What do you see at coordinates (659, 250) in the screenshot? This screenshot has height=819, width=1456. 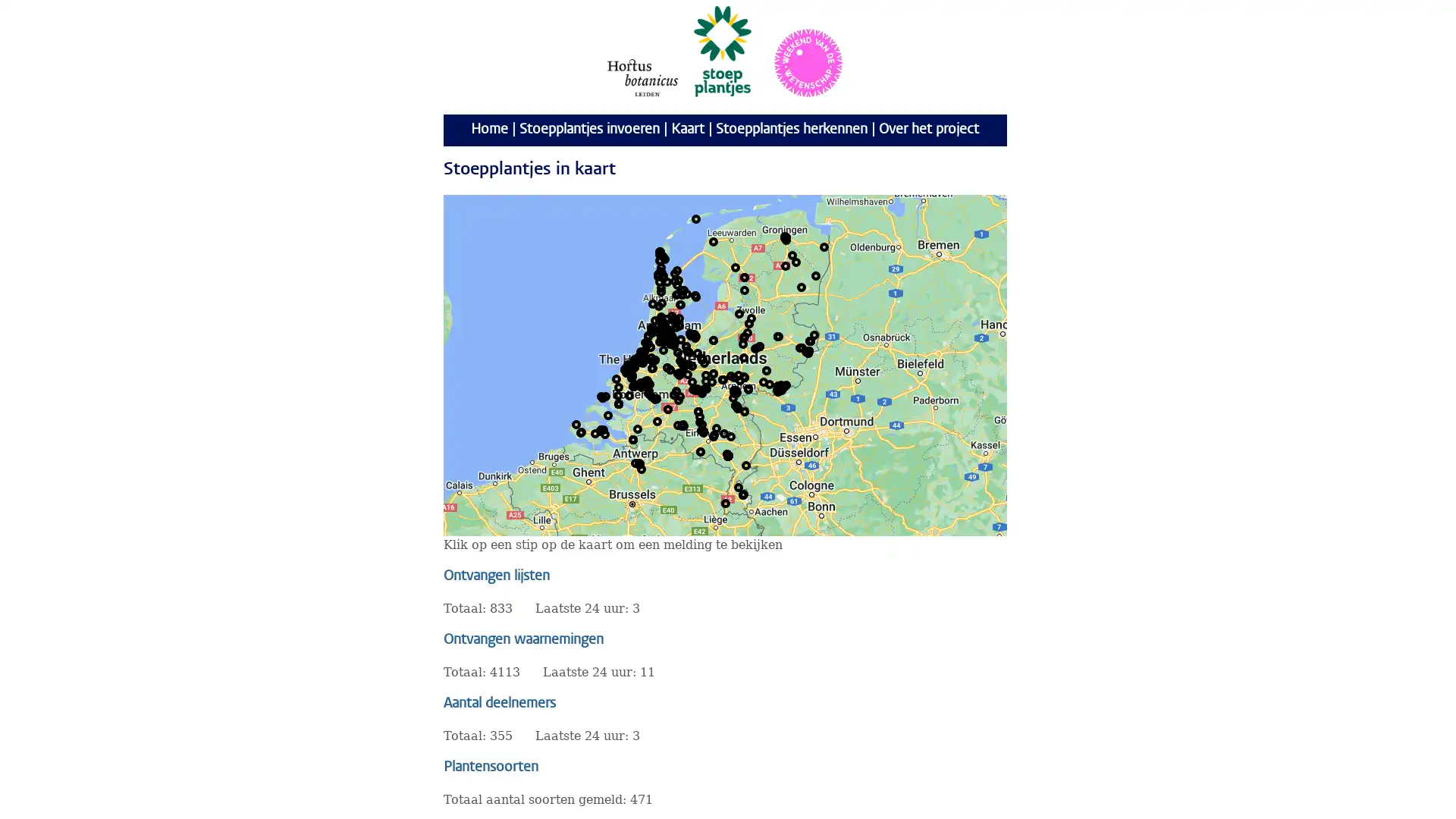 I see `Telling van U op 12 november 2021` at bounding box center [659, 250].